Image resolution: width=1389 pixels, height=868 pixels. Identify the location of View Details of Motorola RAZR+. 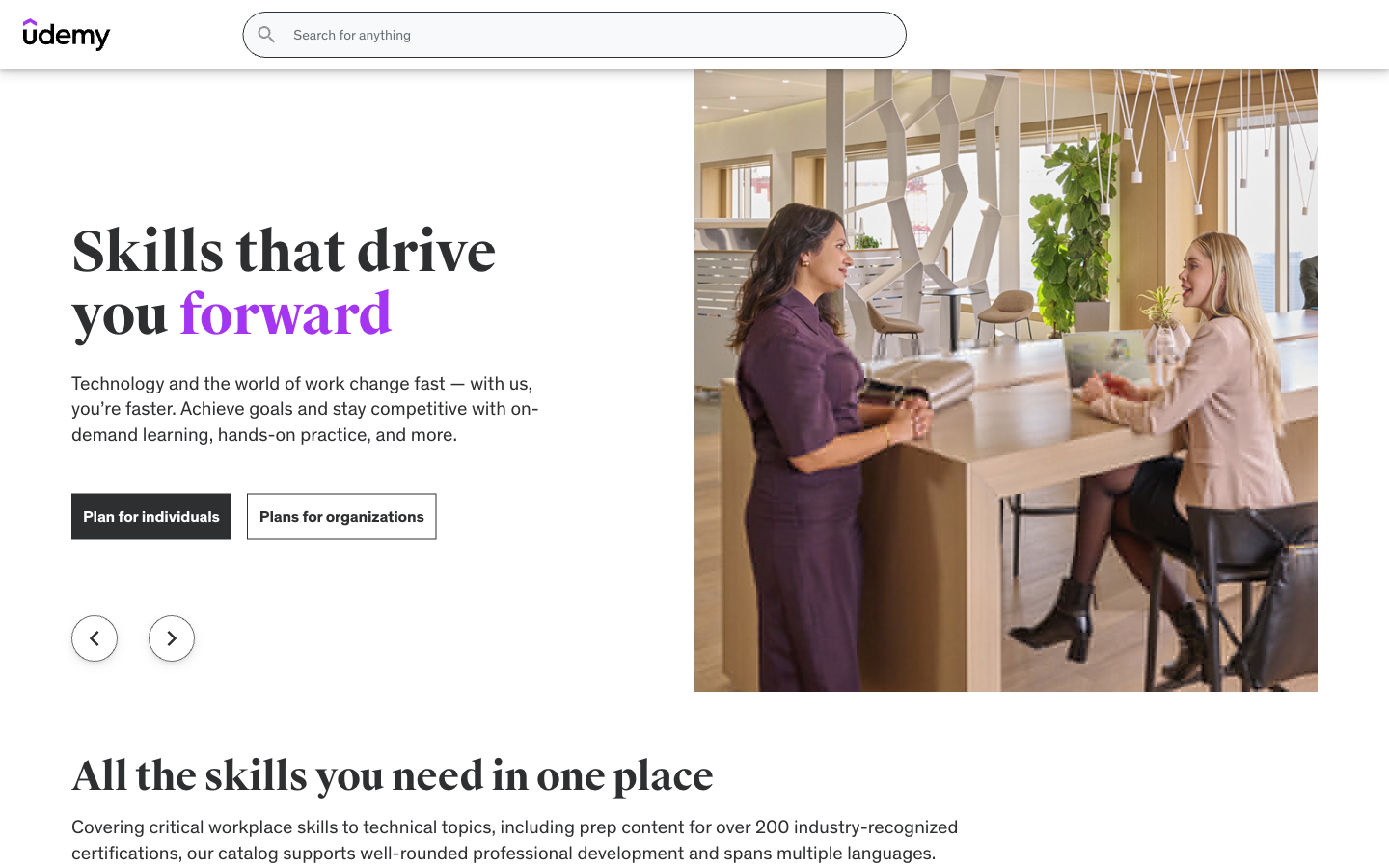
(1099, 805).